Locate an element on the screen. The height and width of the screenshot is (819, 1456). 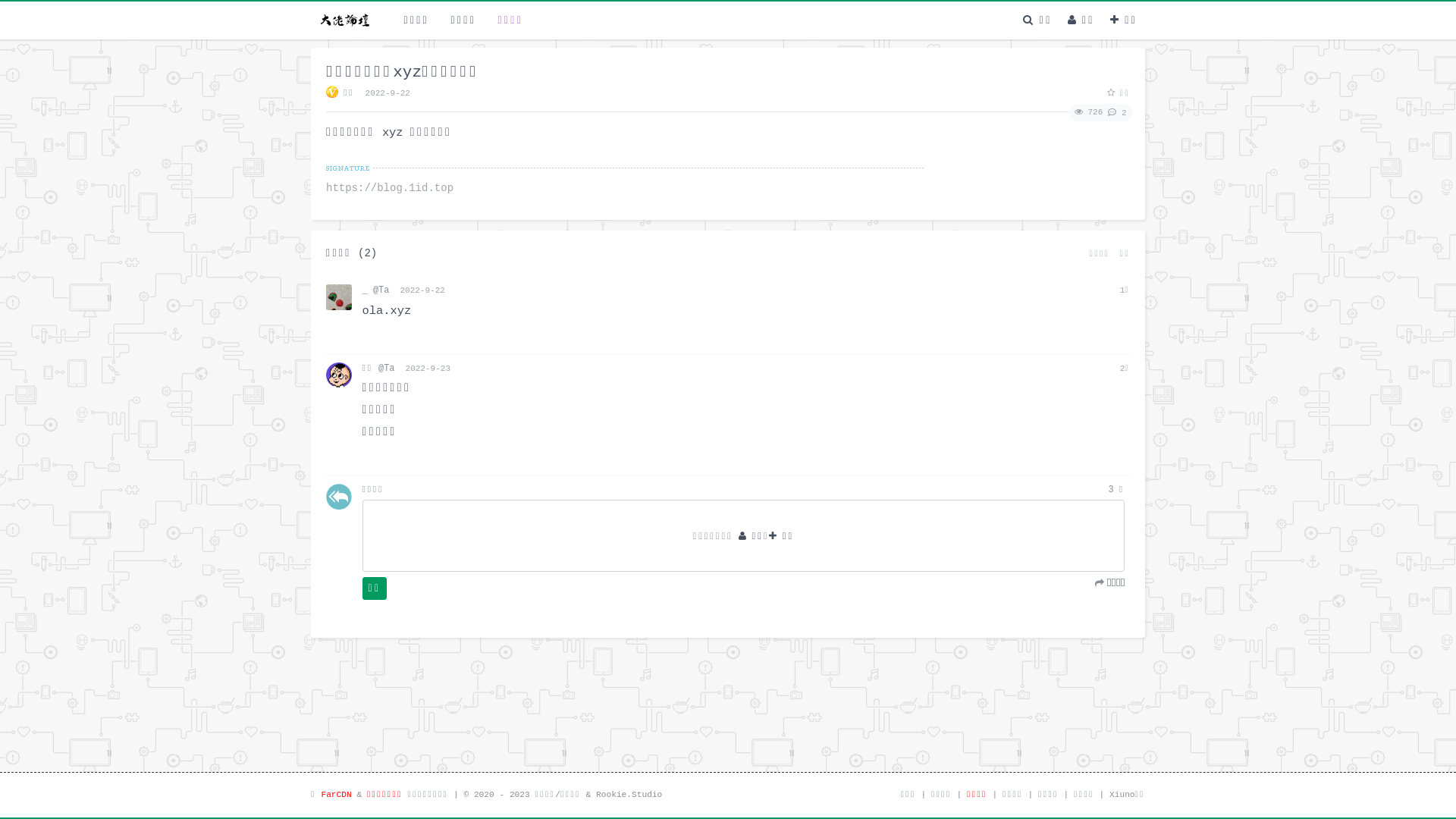
'2' is located at coordinates (1114, 111).